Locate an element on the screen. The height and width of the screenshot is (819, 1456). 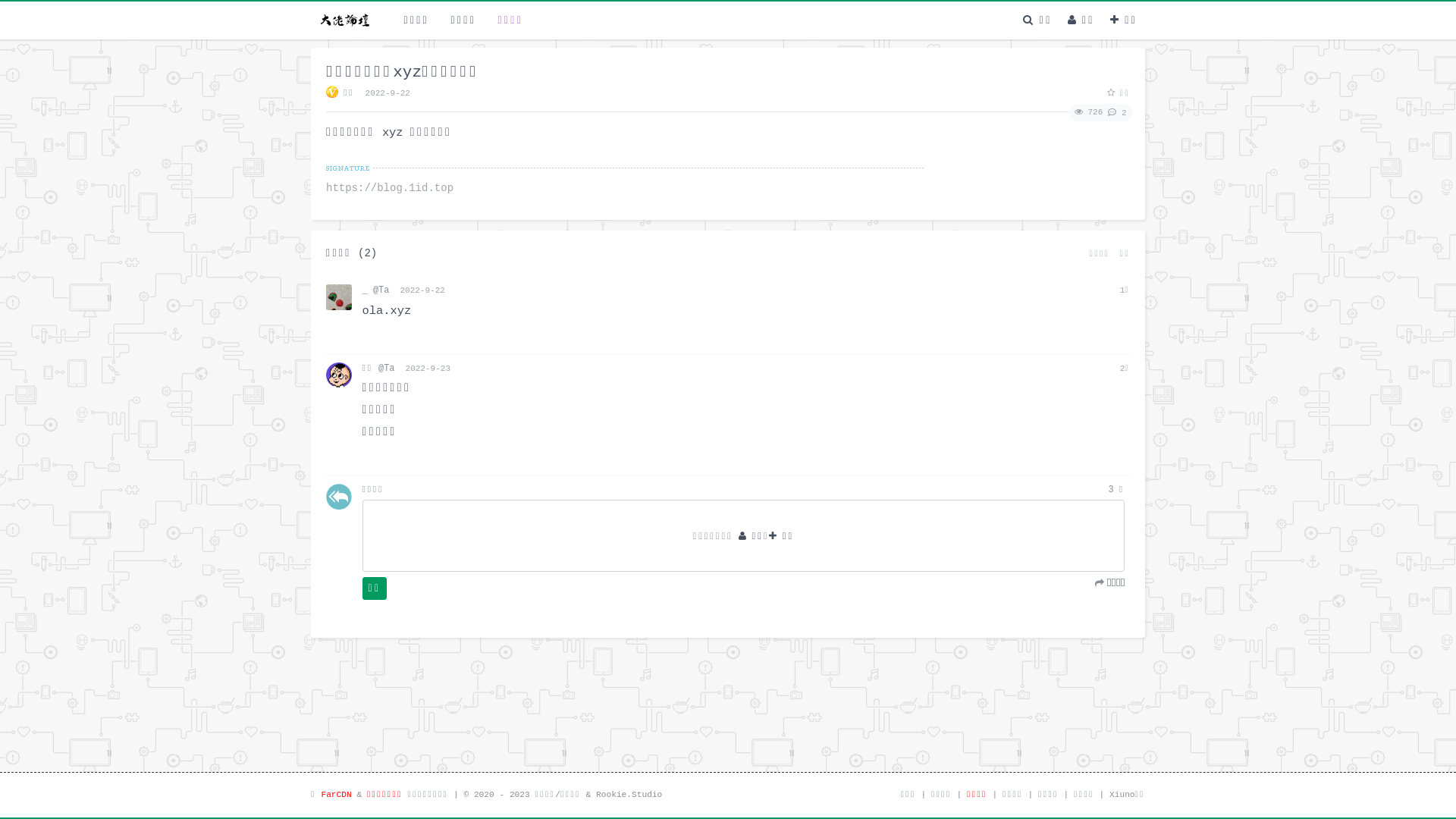
'2' is located at coordinates (1114, 111).